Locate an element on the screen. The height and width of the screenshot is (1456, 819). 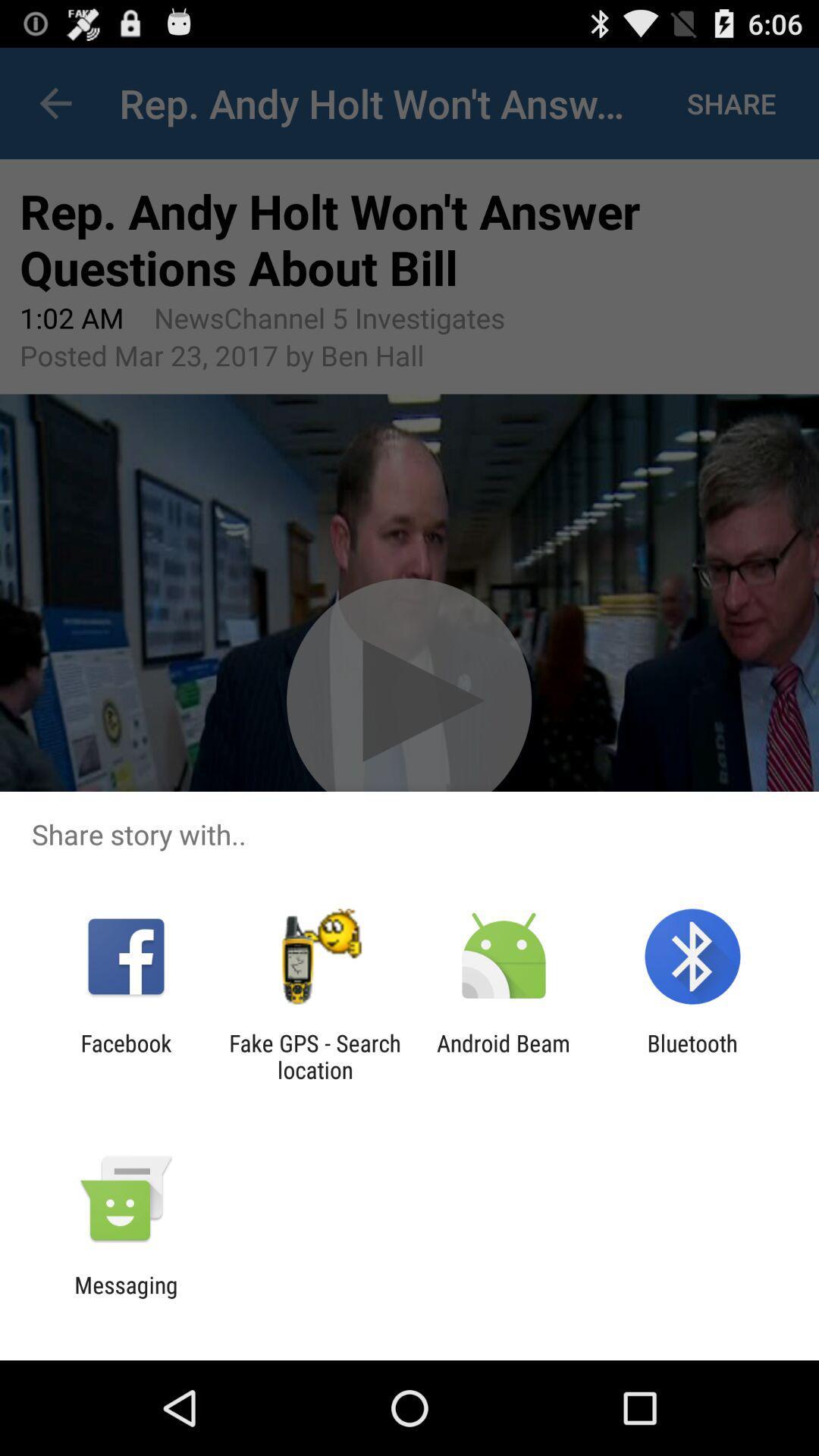
the icon to the right of the fake gps search is located at coordinates (504, 1056).